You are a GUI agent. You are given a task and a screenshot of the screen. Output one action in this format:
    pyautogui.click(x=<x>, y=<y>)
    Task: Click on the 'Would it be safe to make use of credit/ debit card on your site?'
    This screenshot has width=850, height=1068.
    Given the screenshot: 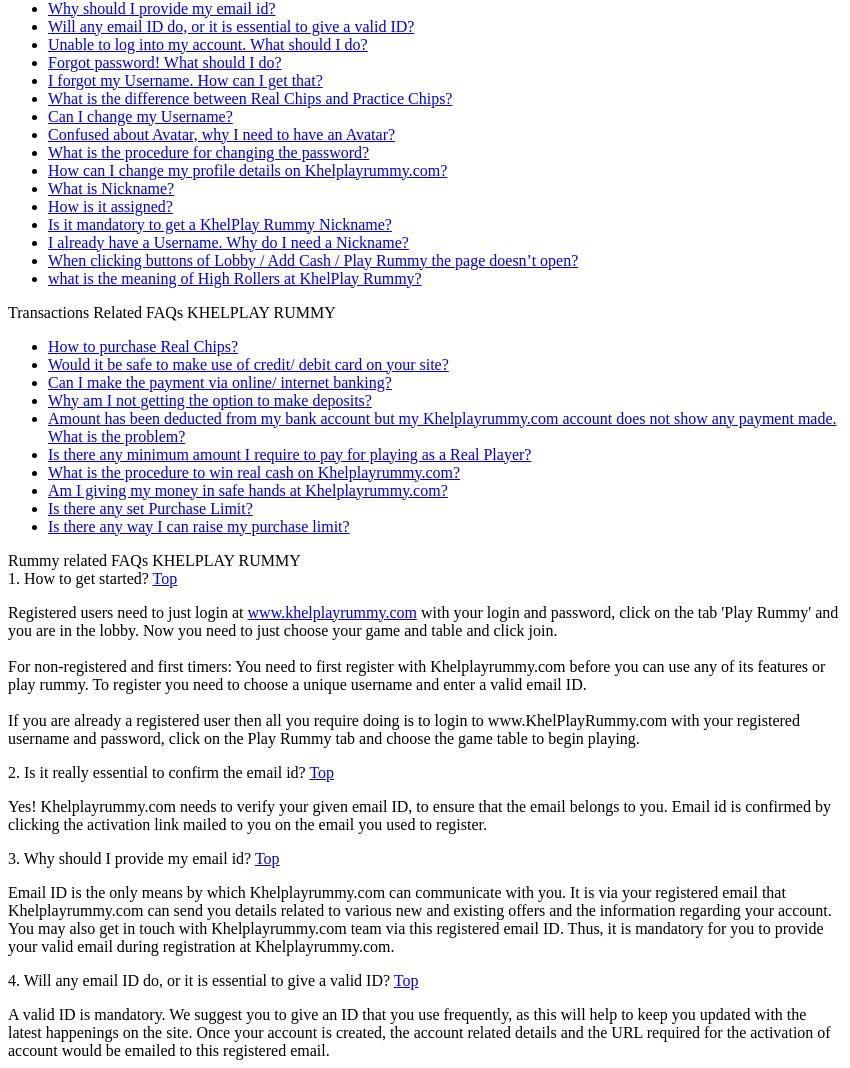 What is the action you would take?
    pyautogui.click(x=248, y=362)
    